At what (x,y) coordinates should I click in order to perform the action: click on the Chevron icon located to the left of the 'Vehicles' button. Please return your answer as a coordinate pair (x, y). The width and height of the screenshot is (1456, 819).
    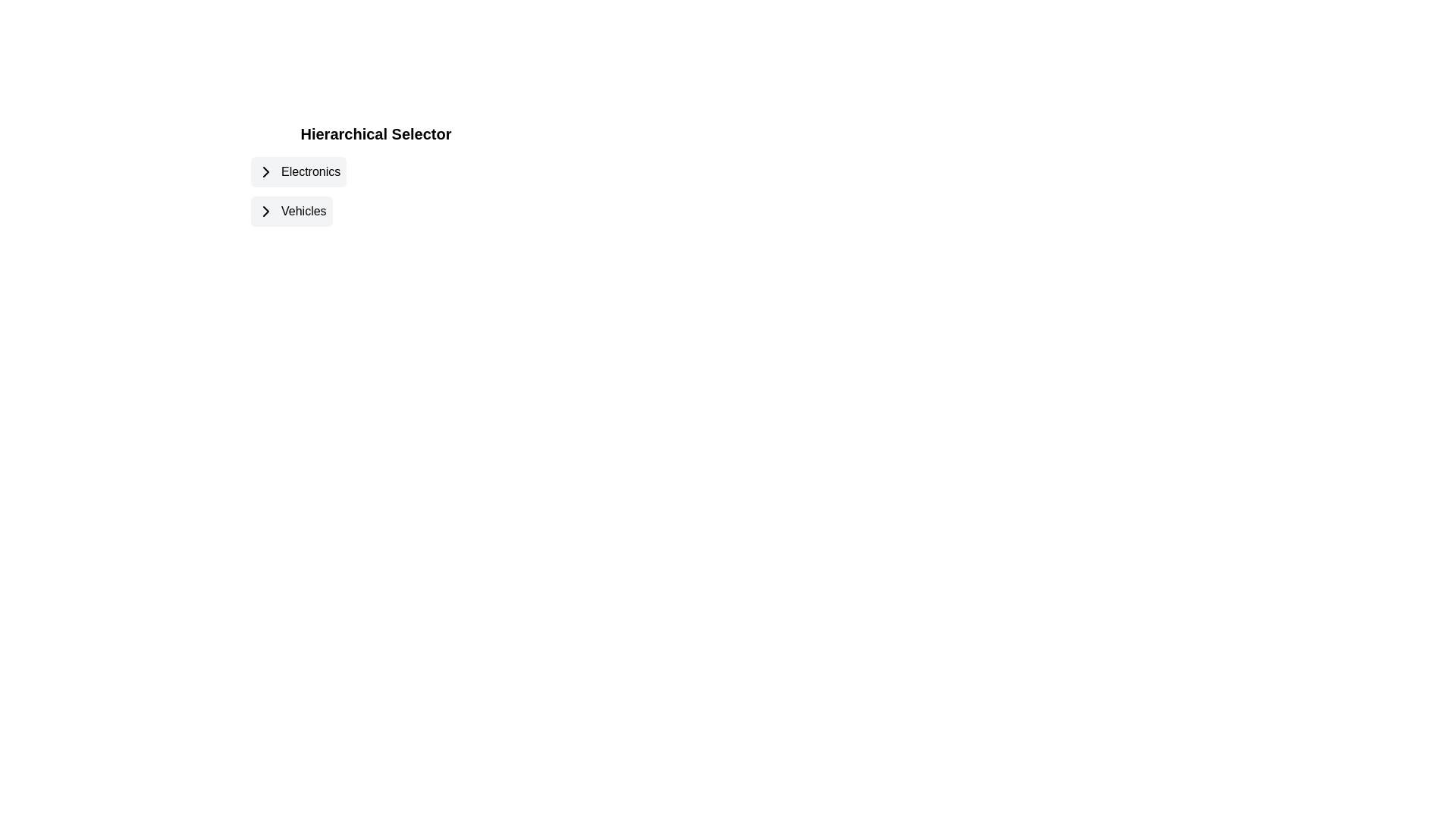
    Looking at the image, I should click on (265, 211).